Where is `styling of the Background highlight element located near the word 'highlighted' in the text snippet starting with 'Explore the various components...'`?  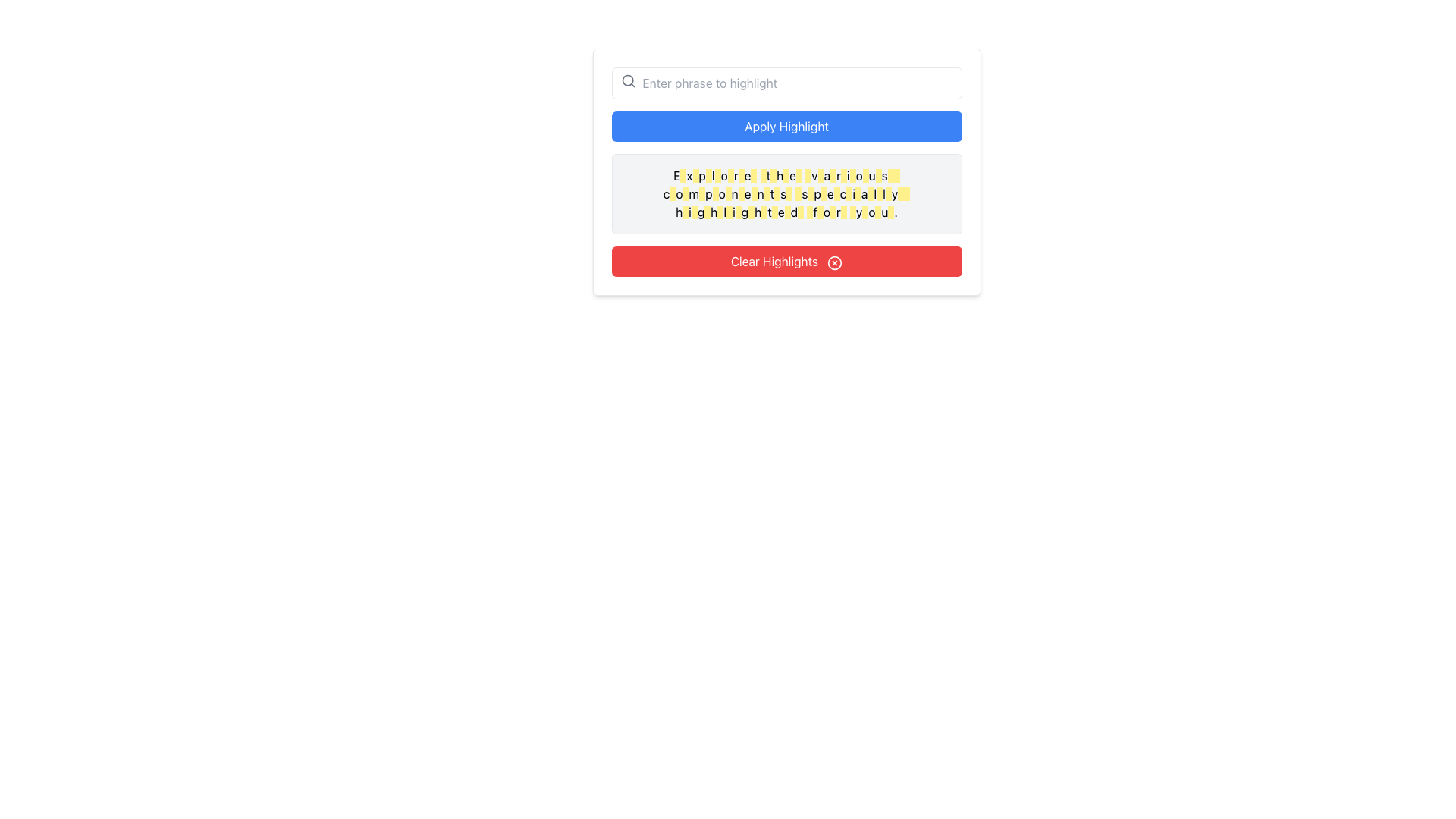 styling of the Background highlight element located near the word 'highlighted' in the text snippet starting with 'Explore the various components...' is located at coordinates (730, 212).